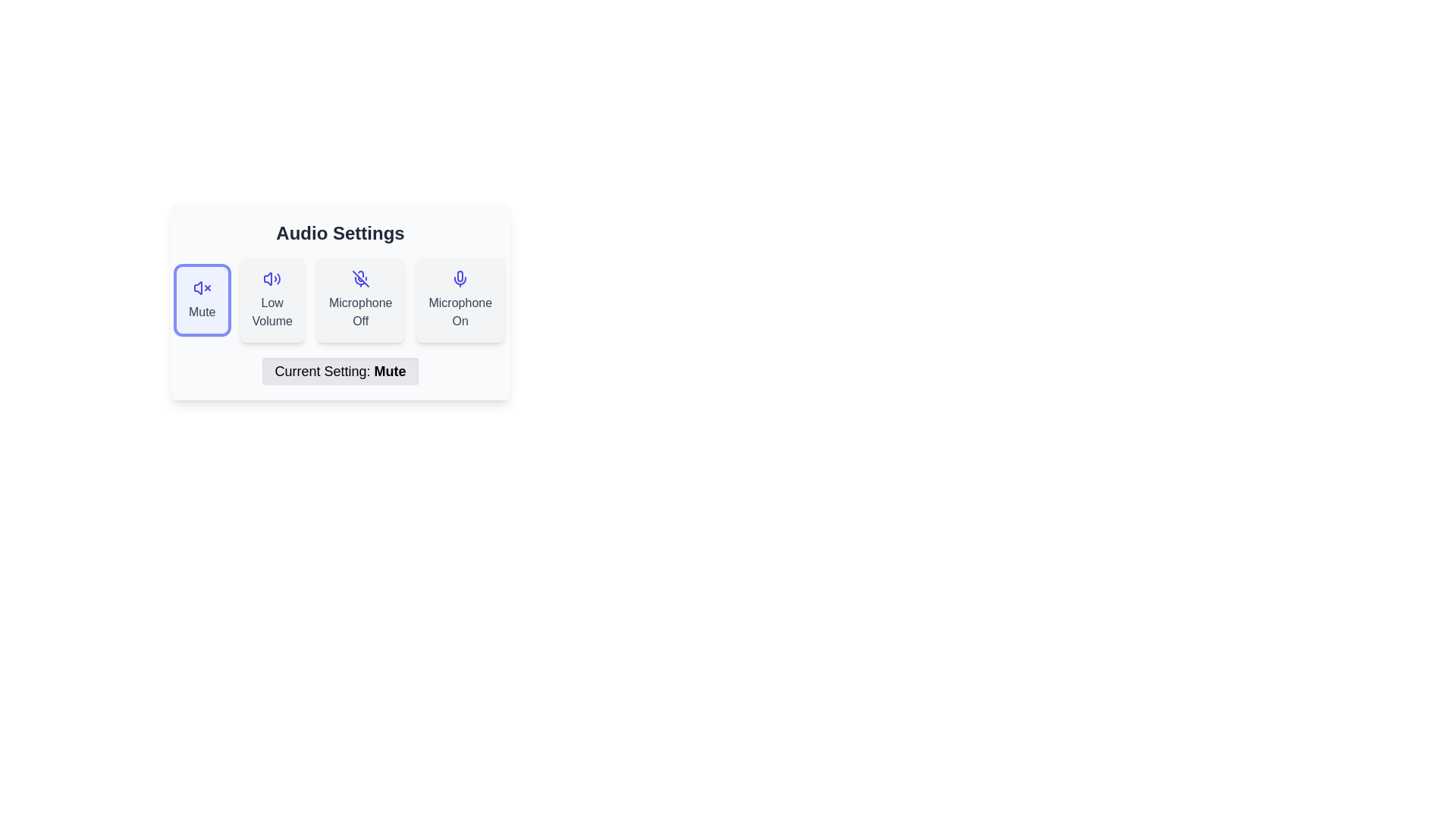 Image resolution: width=1456 pixels, height=819 pixels. Describe the element at coordinates (201, 288) in the screenshot. I see `the muted audio icon within the 'Mute' button, which indicates the audio mute function` at that location.